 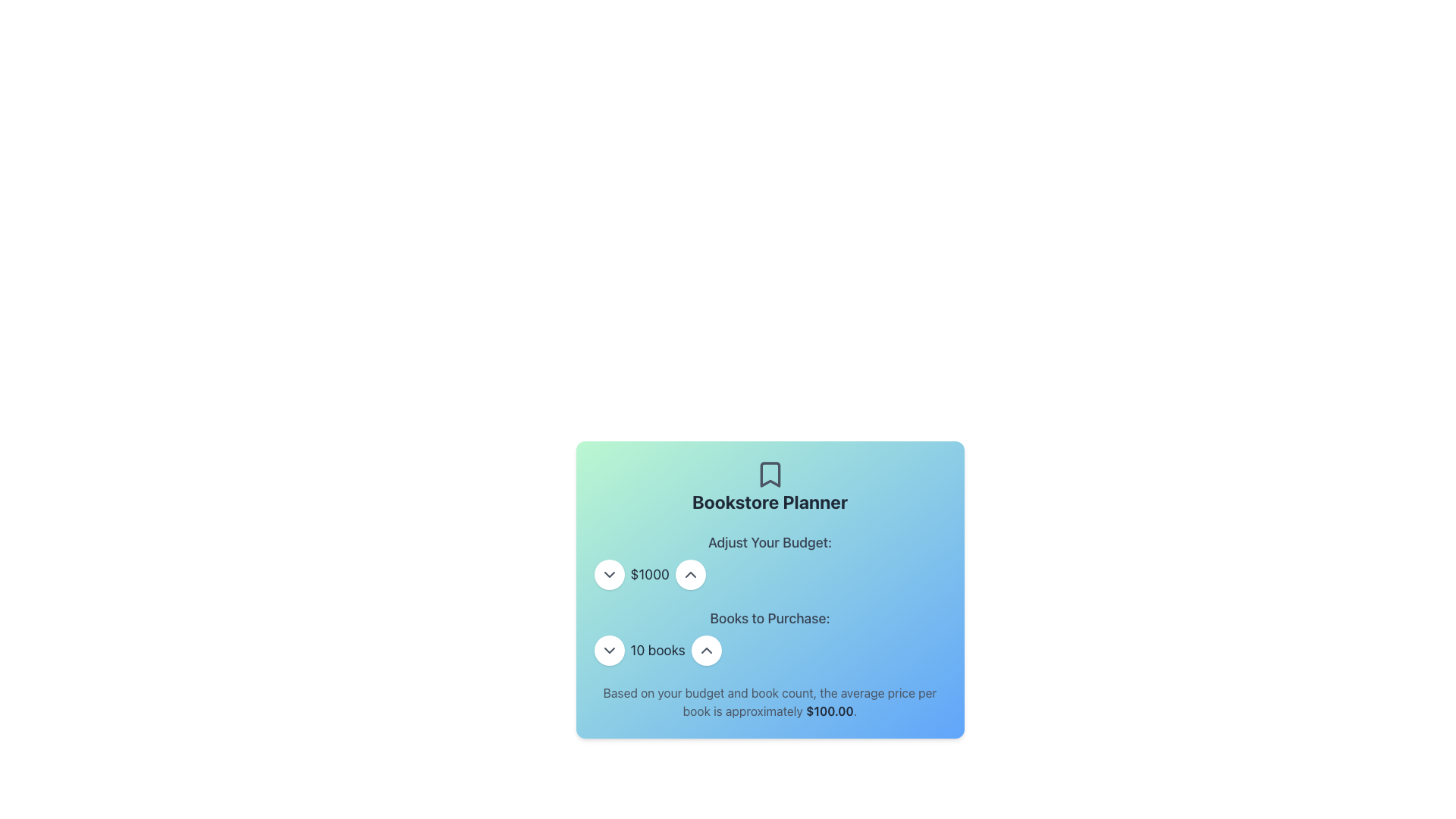 I want to click on title section of the 'Bookstore Planner' card, which includes a heading and an icon at the top of the card, so click(x=770, y=486).